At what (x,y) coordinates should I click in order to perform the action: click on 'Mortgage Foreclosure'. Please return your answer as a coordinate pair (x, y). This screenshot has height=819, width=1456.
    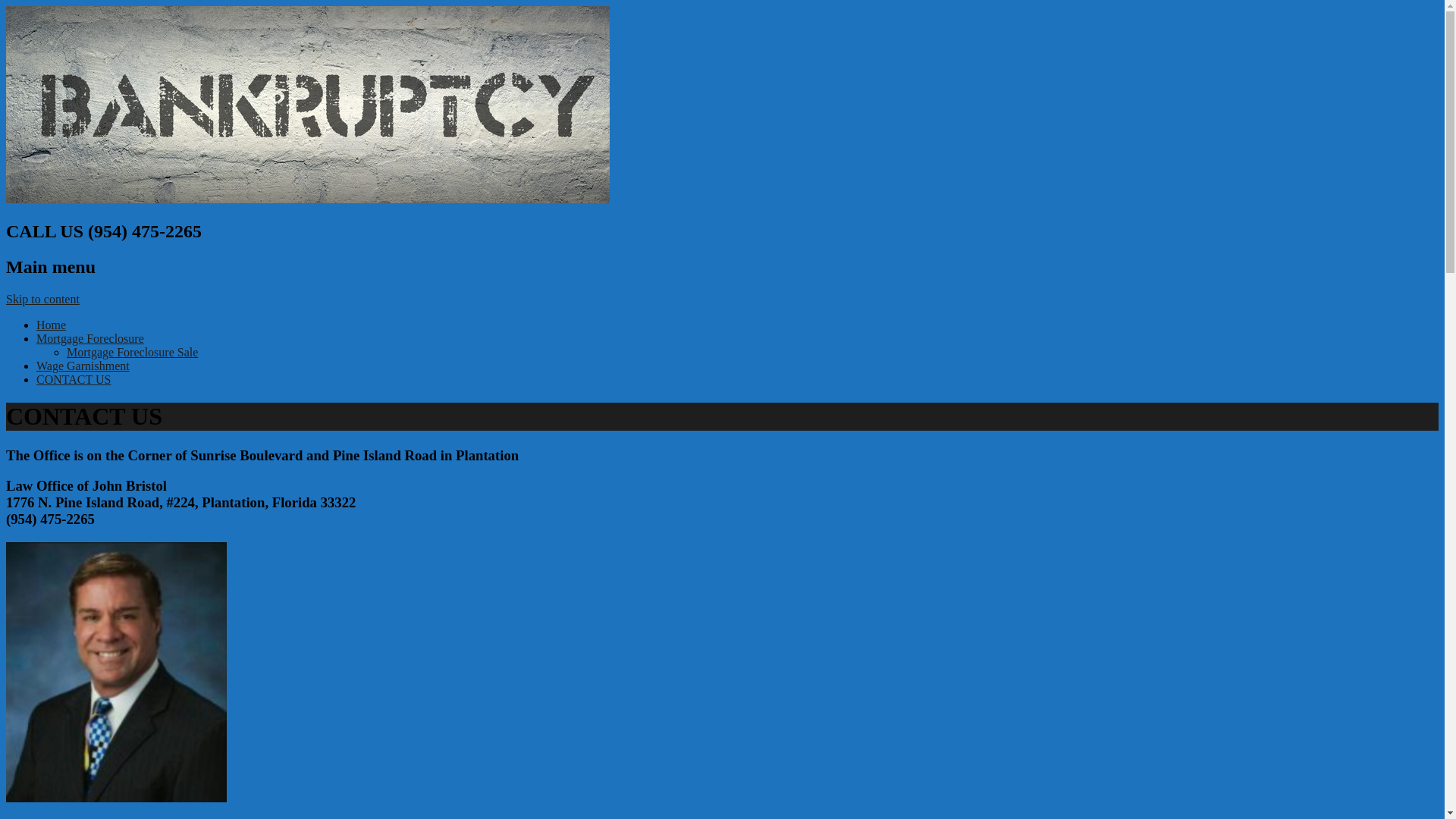
    Looking at the image, I should click on (89, 337).